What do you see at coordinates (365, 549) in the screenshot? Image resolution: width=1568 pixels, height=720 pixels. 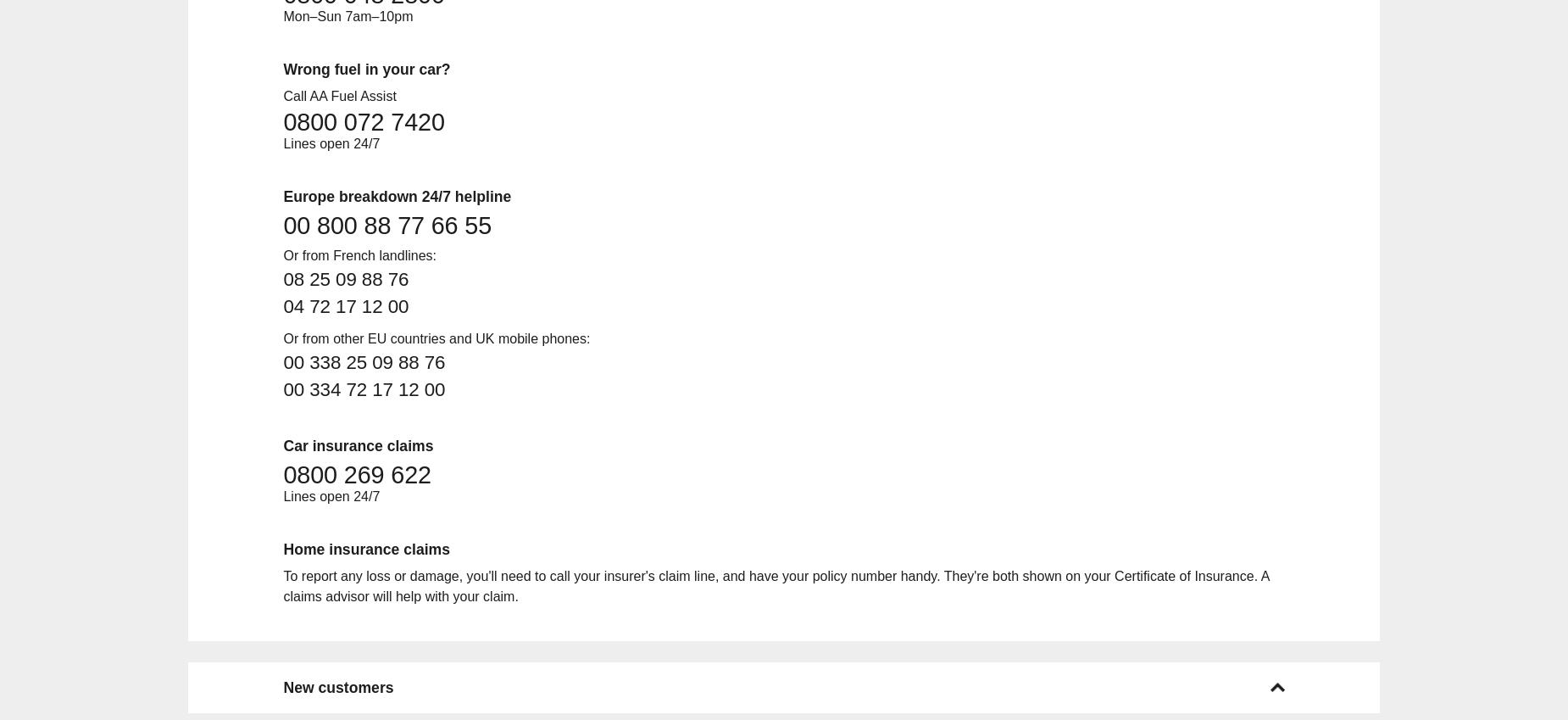 I see `'Home insurance claims'` at bounding box center [365, 549].